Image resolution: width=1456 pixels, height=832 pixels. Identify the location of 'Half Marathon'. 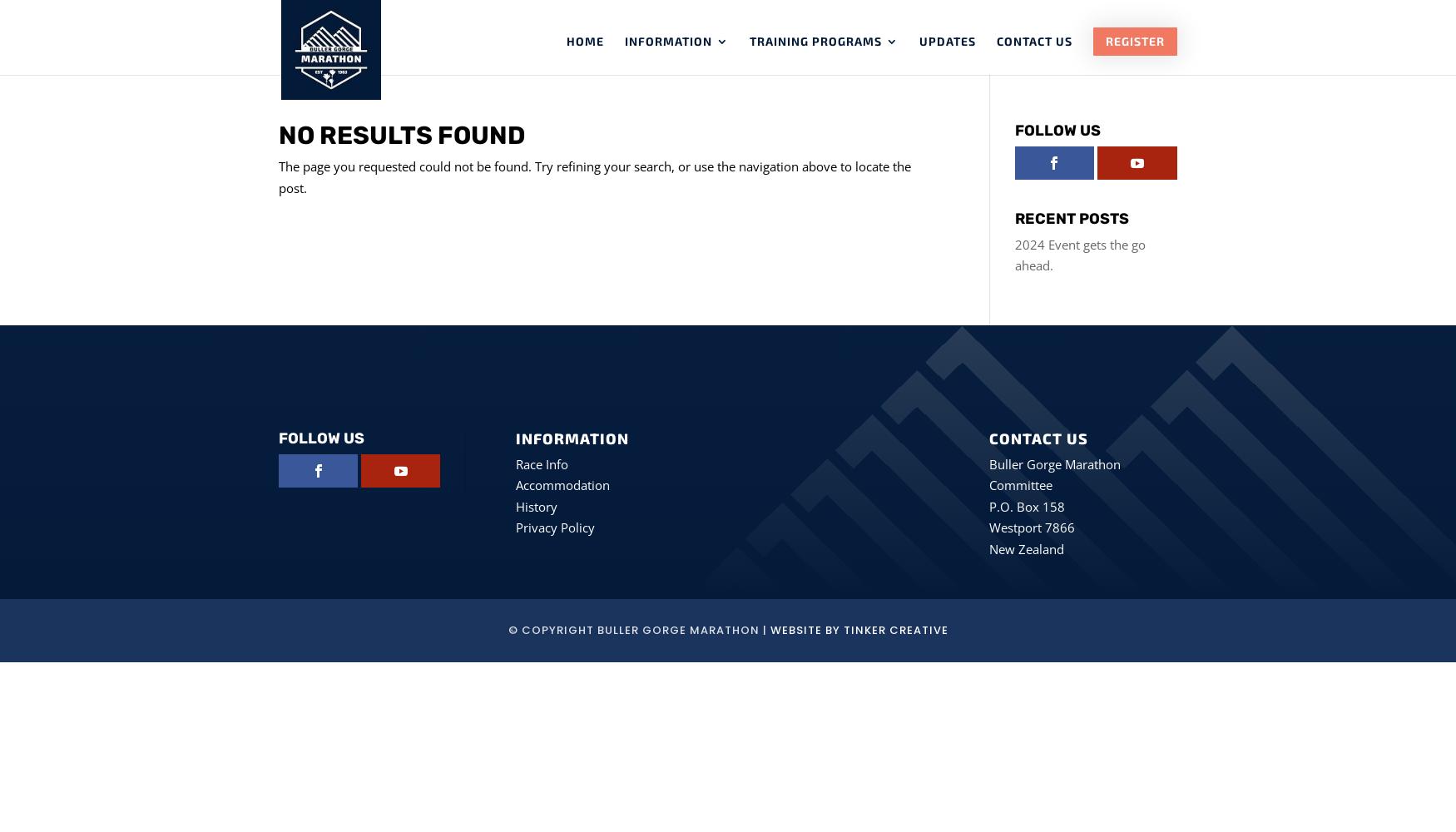
(835, 110).